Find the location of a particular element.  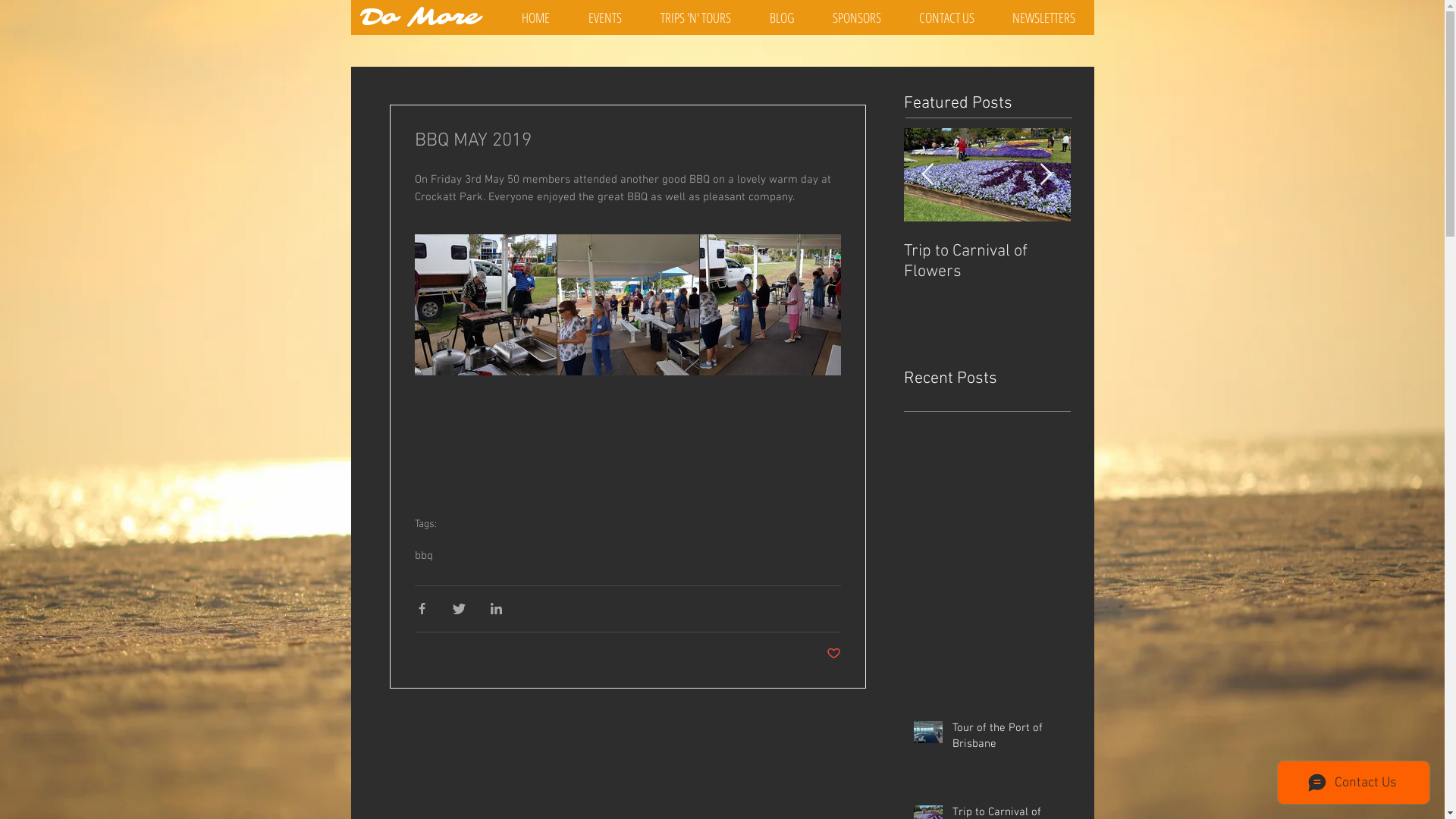

'Post not marked as liked' is located at coordinates (833, 654).